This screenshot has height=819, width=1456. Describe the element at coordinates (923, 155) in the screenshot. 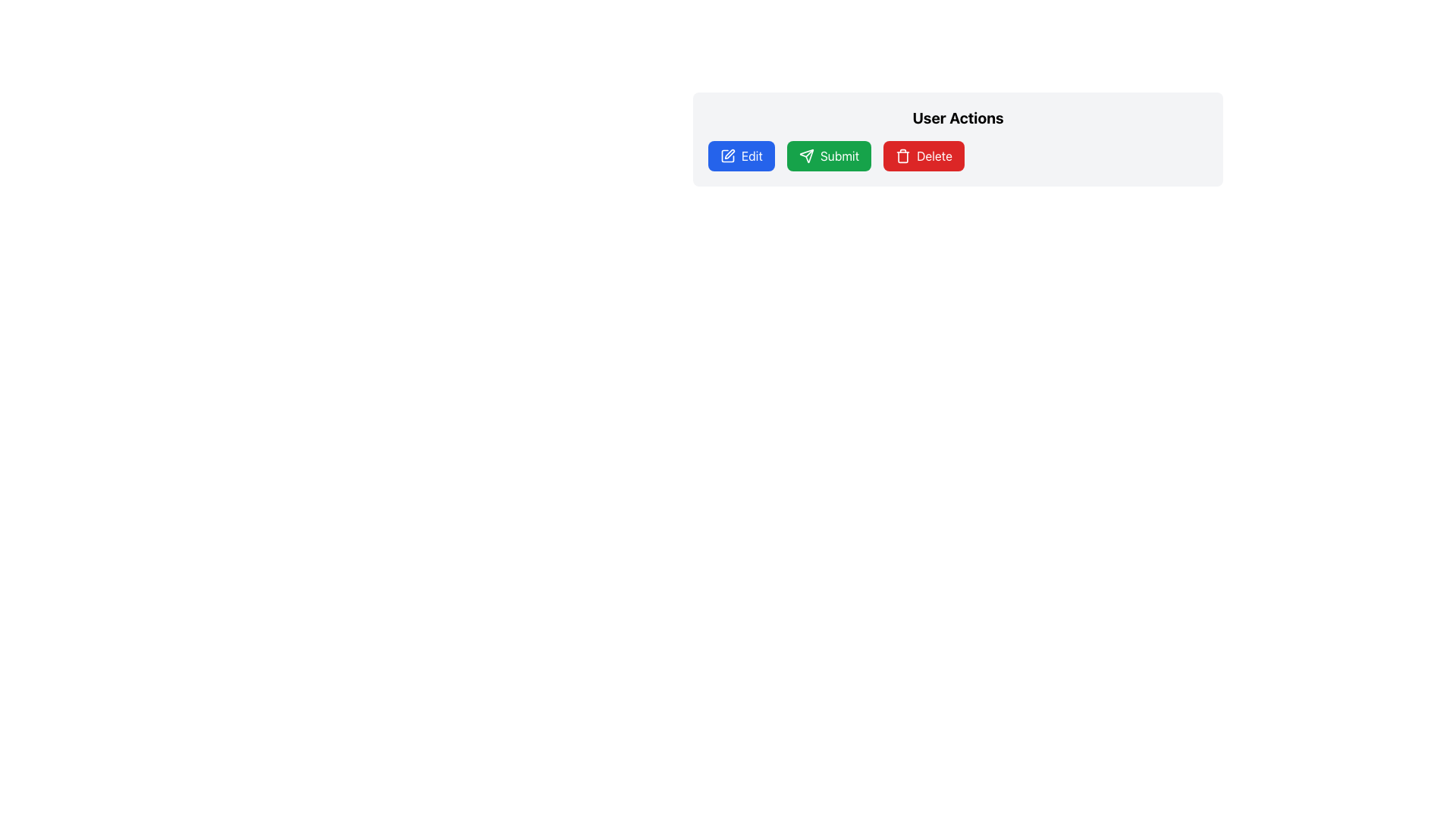

I see `the red 'Delete' button with white text and a trashcan icon located in the third position of the button group` at that location.